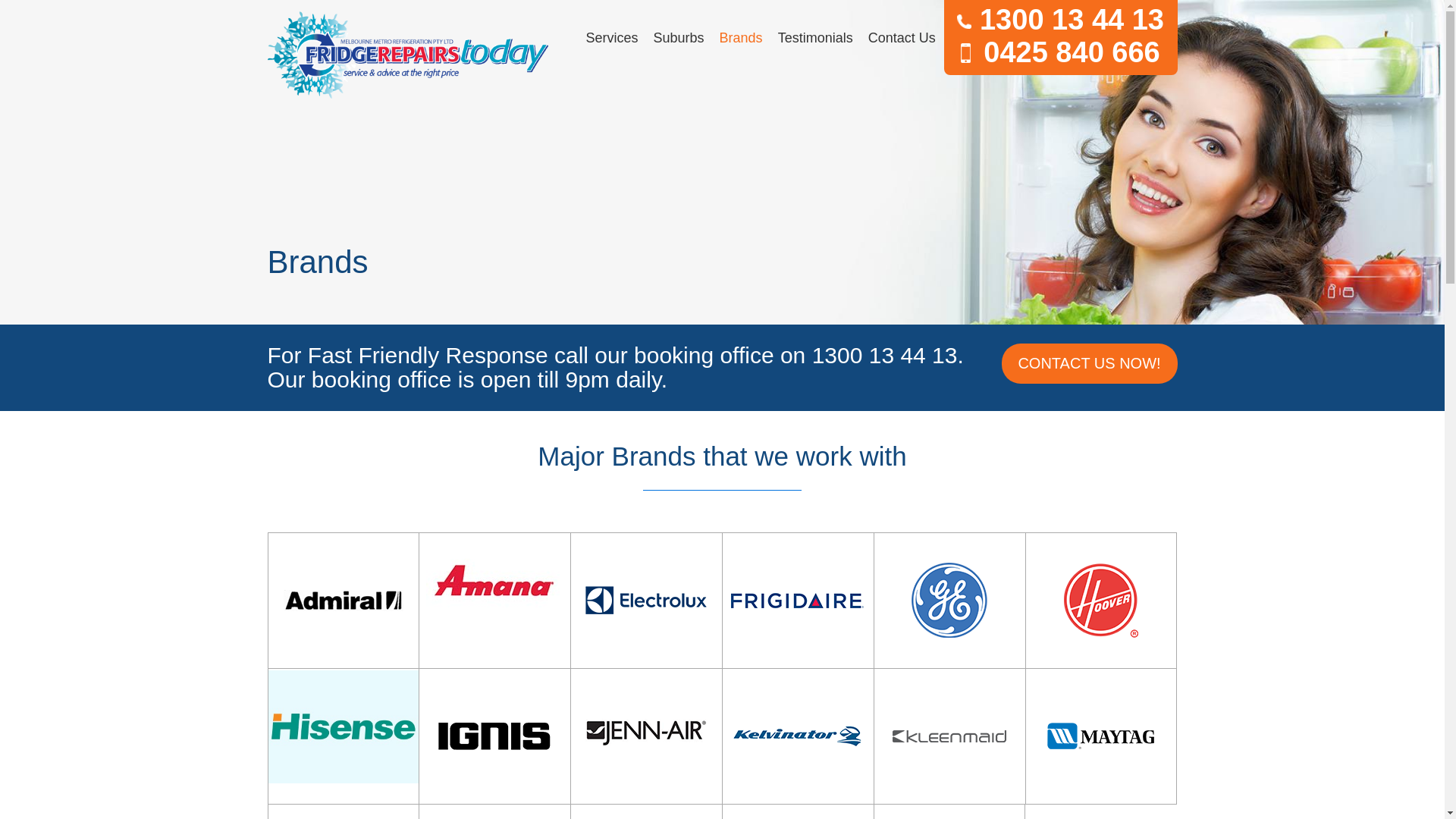 The height and width of the screenshot is (819, 1456). I want to click on '1300 13 44 13', so click(1059, 20).